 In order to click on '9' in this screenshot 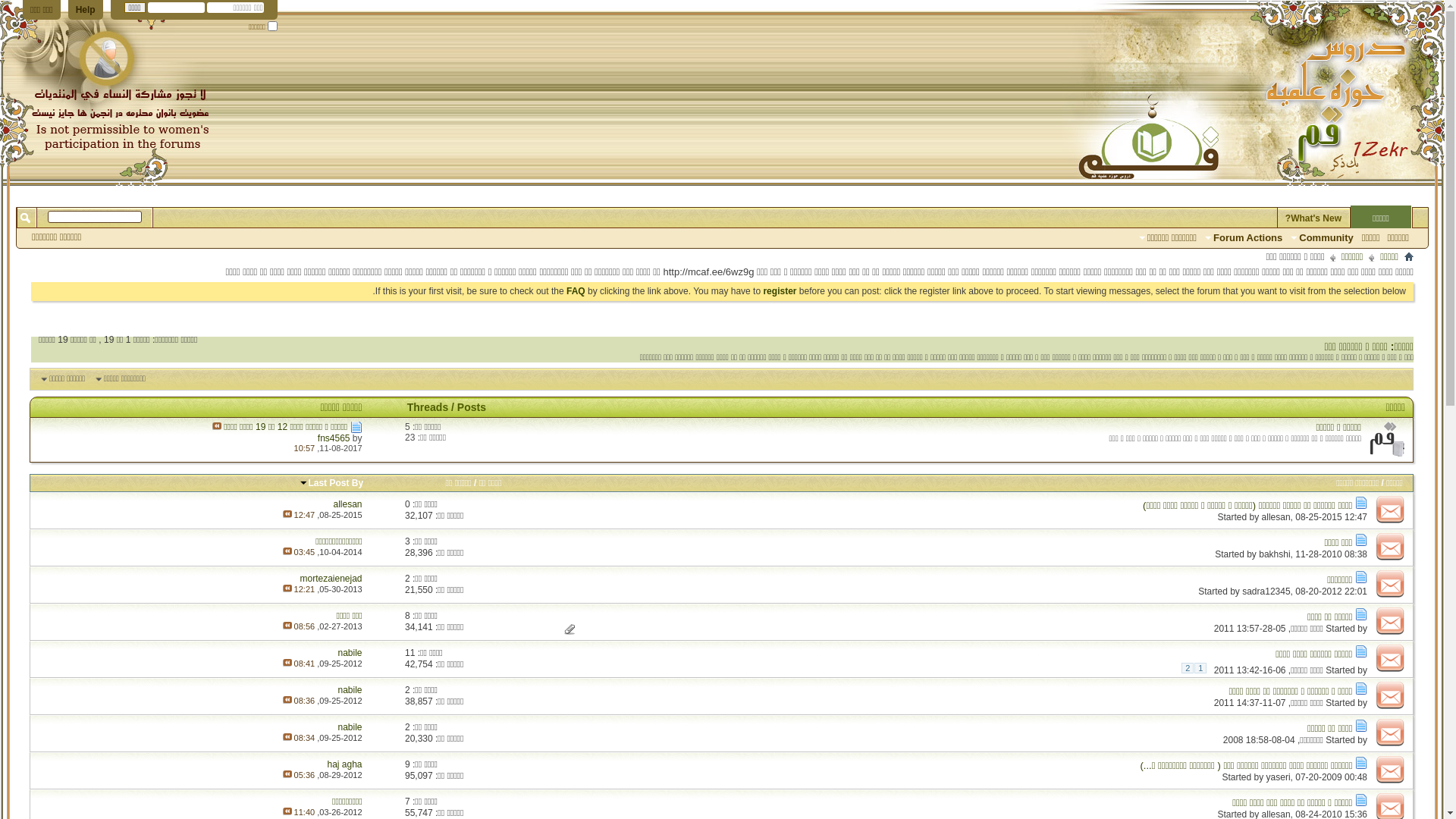, I will do `click(404, 764)`.